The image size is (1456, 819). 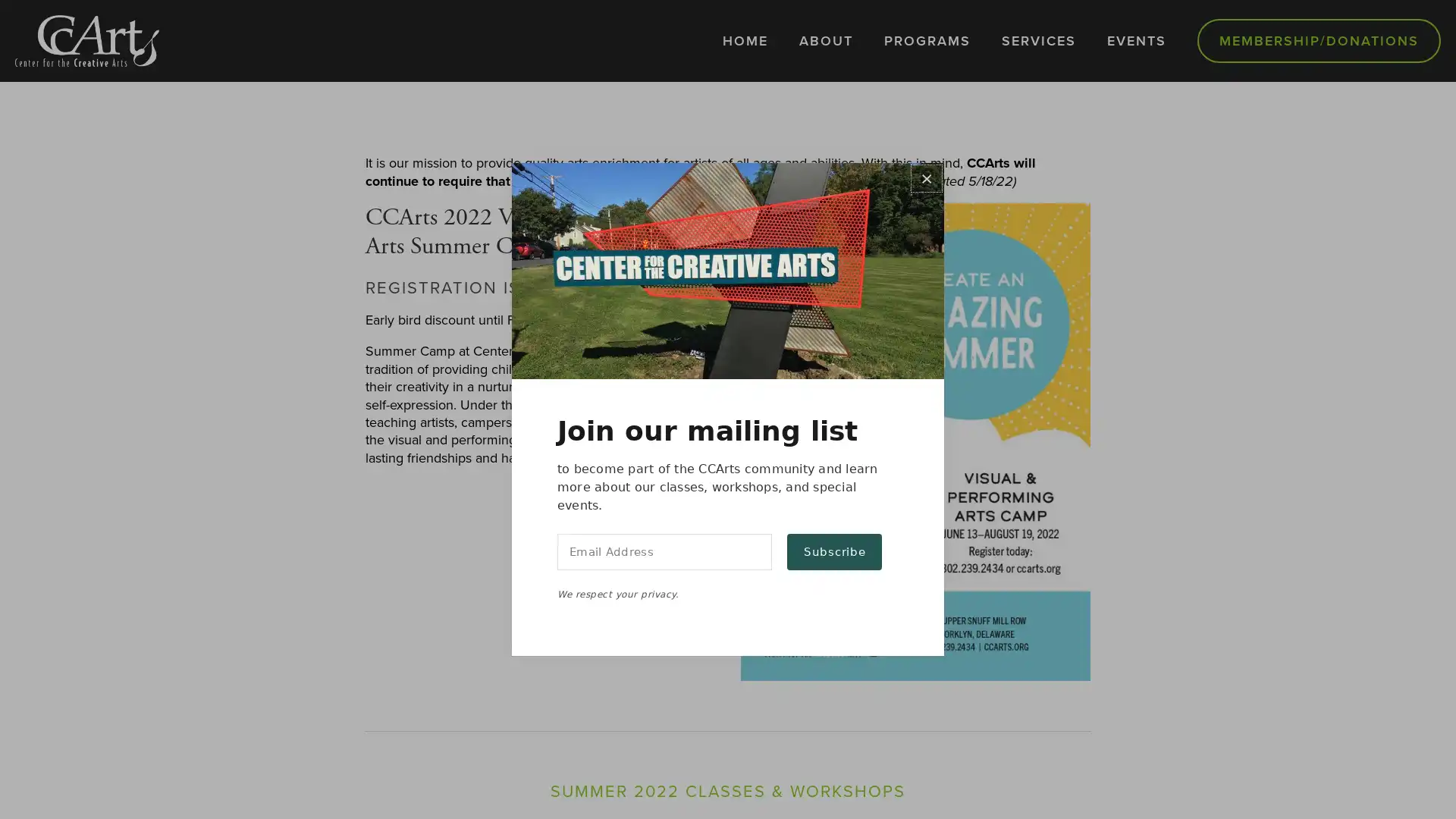 I want to click on Close, so click(x=925, y=177).